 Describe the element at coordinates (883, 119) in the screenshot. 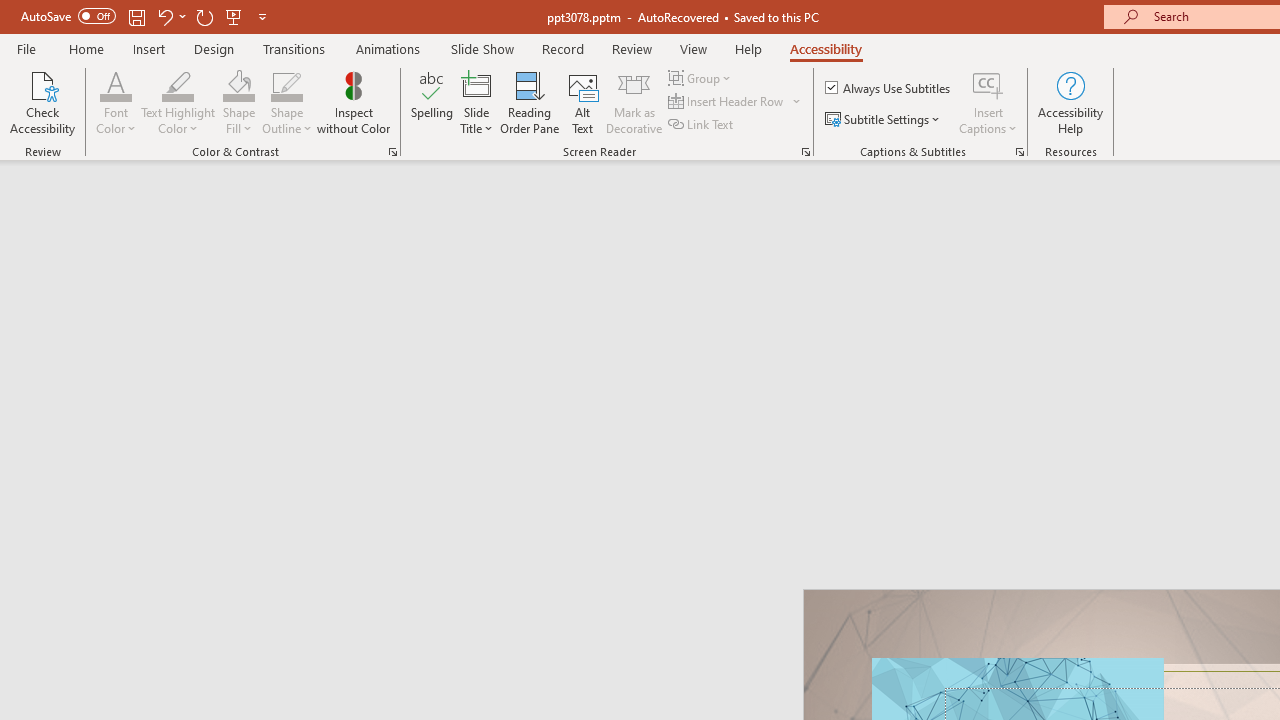

I see `'Subtitle Settings'` at that location.